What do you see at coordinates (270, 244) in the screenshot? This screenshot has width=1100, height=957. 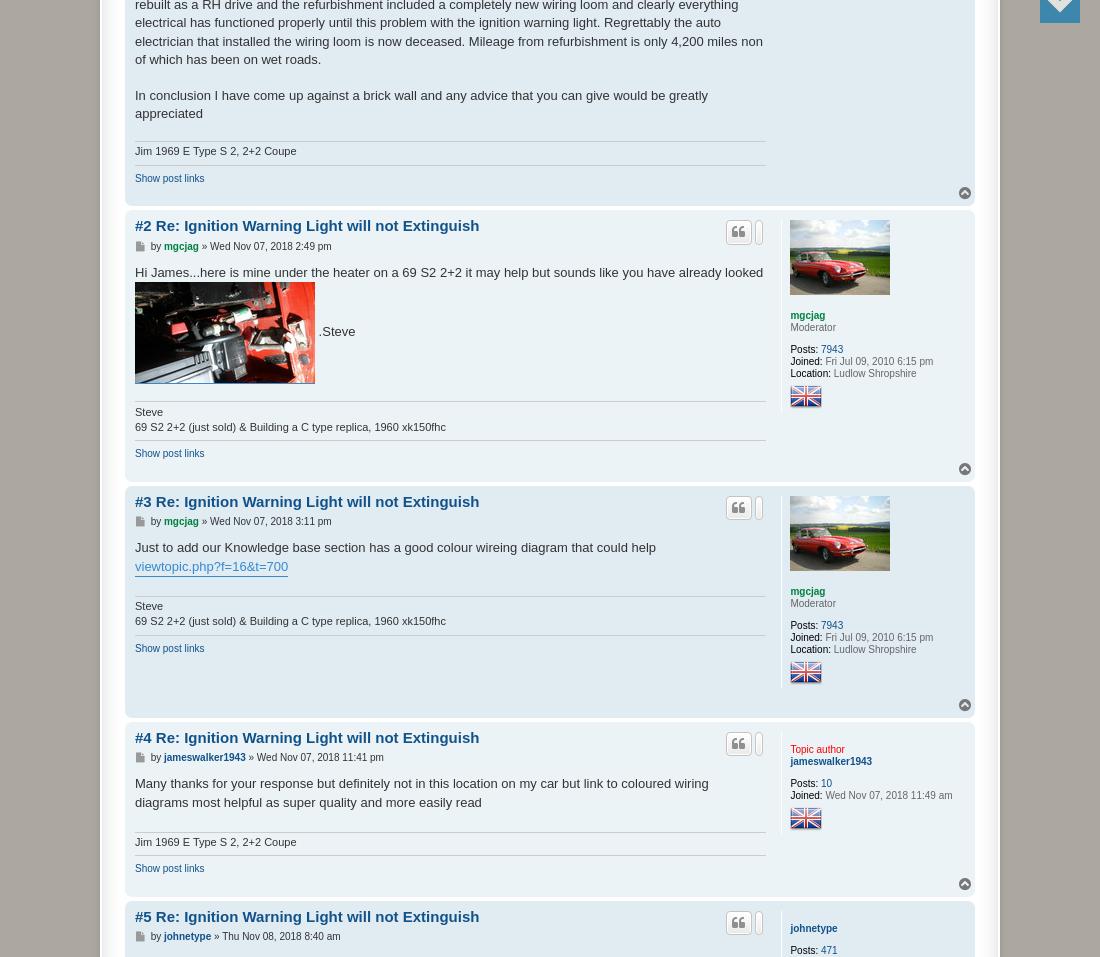 I see `'Wed Nov 07, 2018 2:49 pm'` at bounding box center [270, 244].